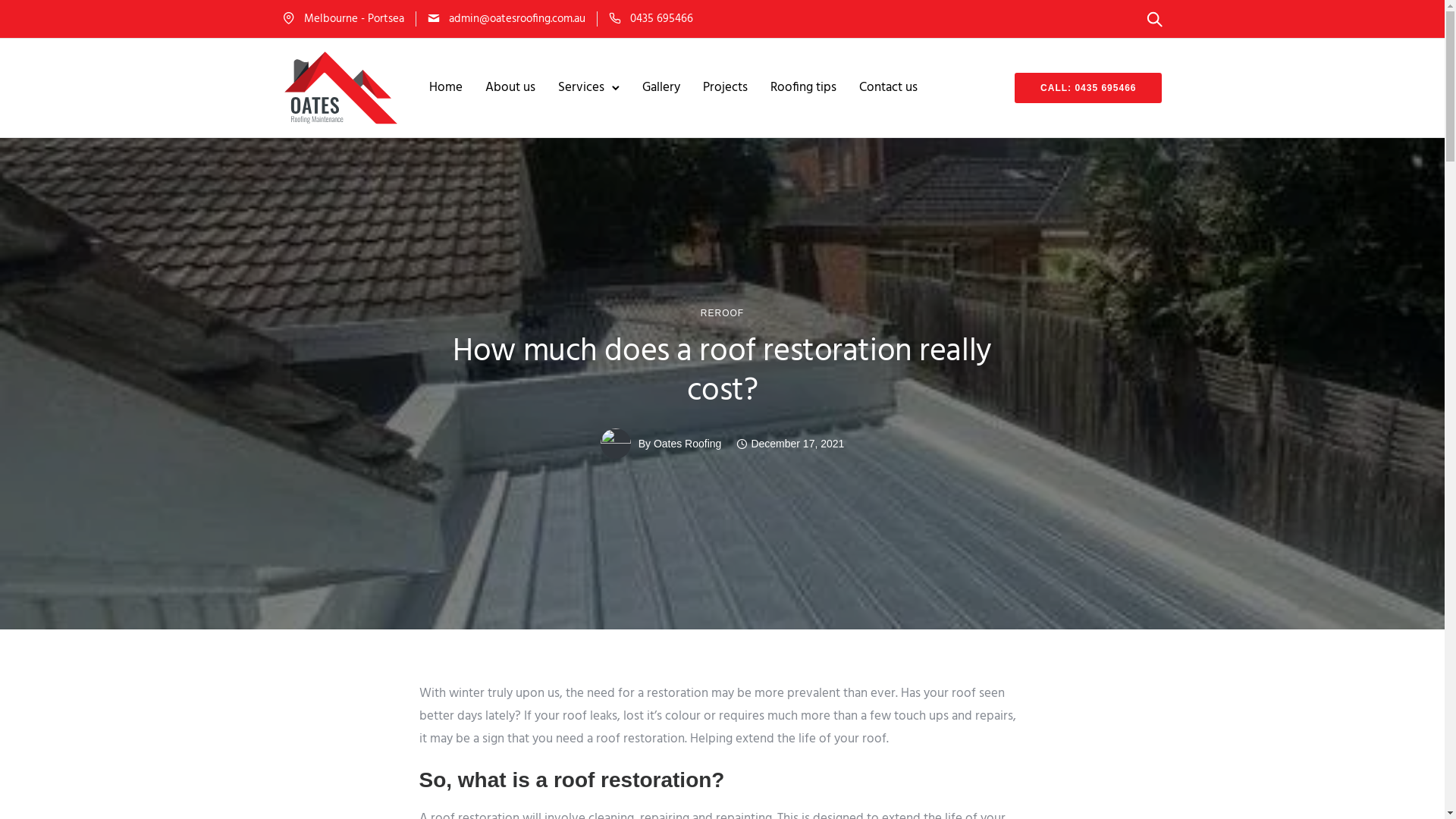 This screenshot has height=819, width=1456. I want to click on '0435 695466', so click(661, 17).